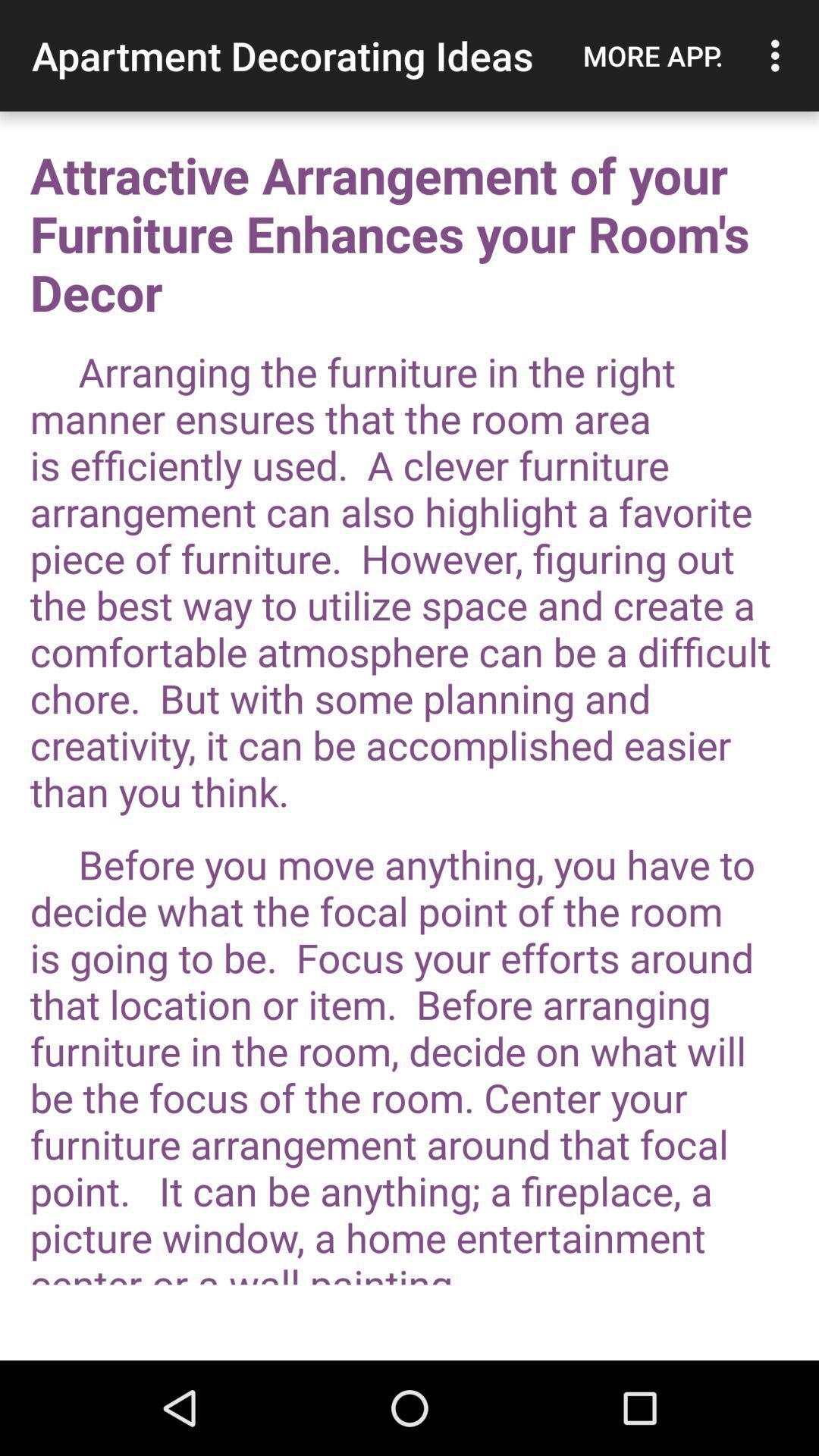  I want to click on the app above attractive arrangement of, so click(652, 55).